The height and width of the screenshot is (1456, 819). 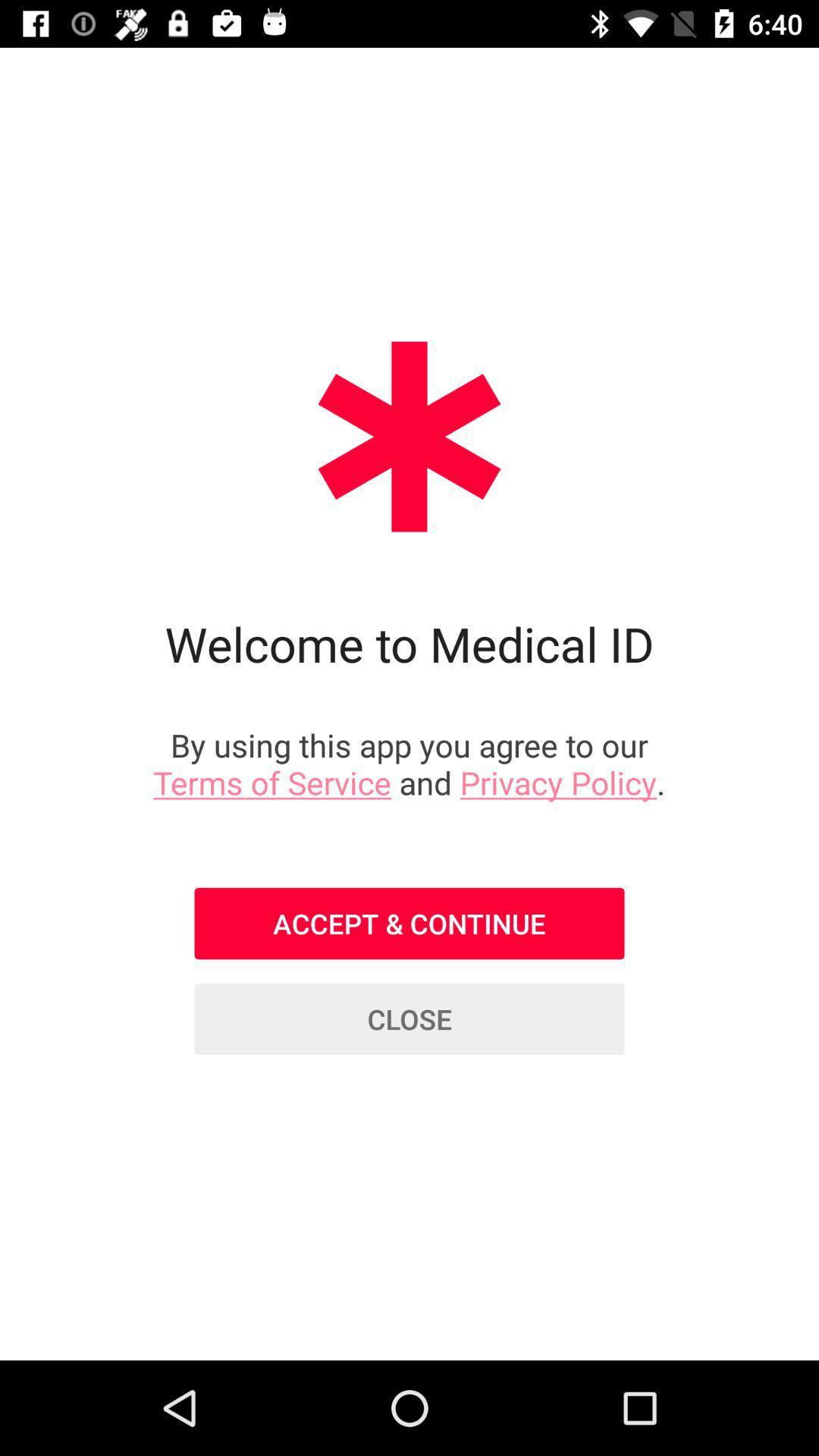 I want to click on the icon above the close icon, so click(x=409, y=923).